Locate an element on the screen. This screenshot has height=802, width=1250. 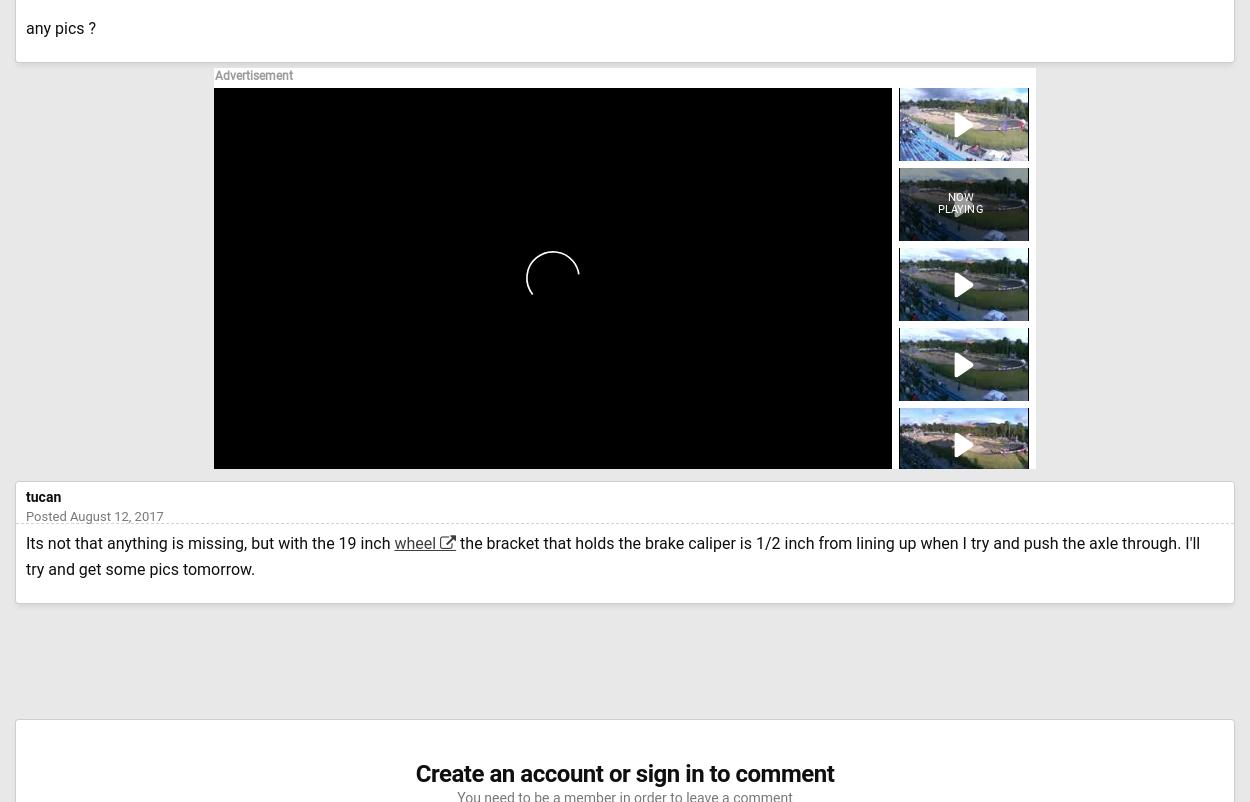
'tucan' is located at coordinates (43, 496).